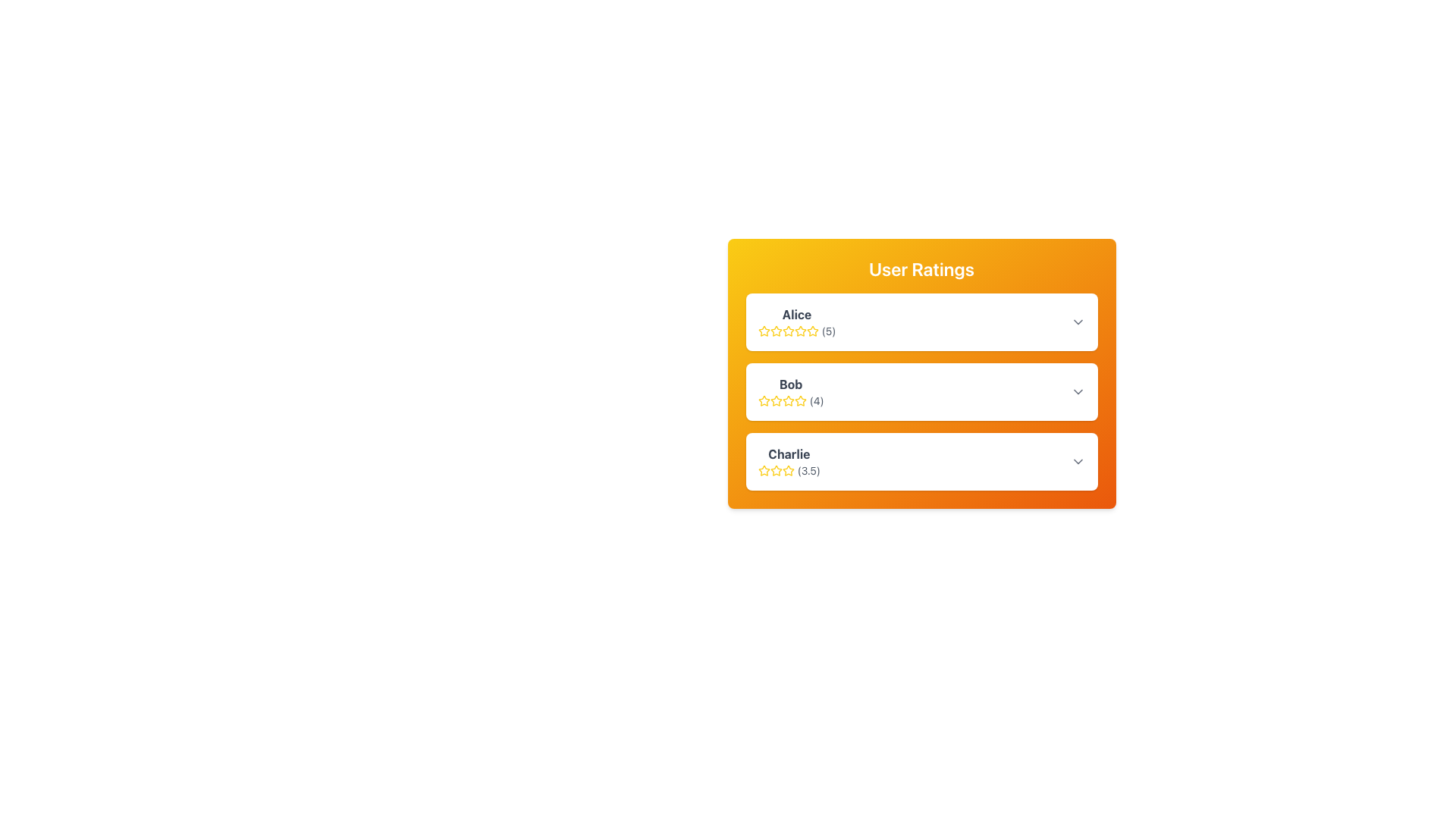  Describe the element at coordinates (788, 470) in the screenshot. I see `the fourth star icon in the 'User Ratings' section for 'Charlie', which is a vibrant yellow star used for rating purposes` at that location.